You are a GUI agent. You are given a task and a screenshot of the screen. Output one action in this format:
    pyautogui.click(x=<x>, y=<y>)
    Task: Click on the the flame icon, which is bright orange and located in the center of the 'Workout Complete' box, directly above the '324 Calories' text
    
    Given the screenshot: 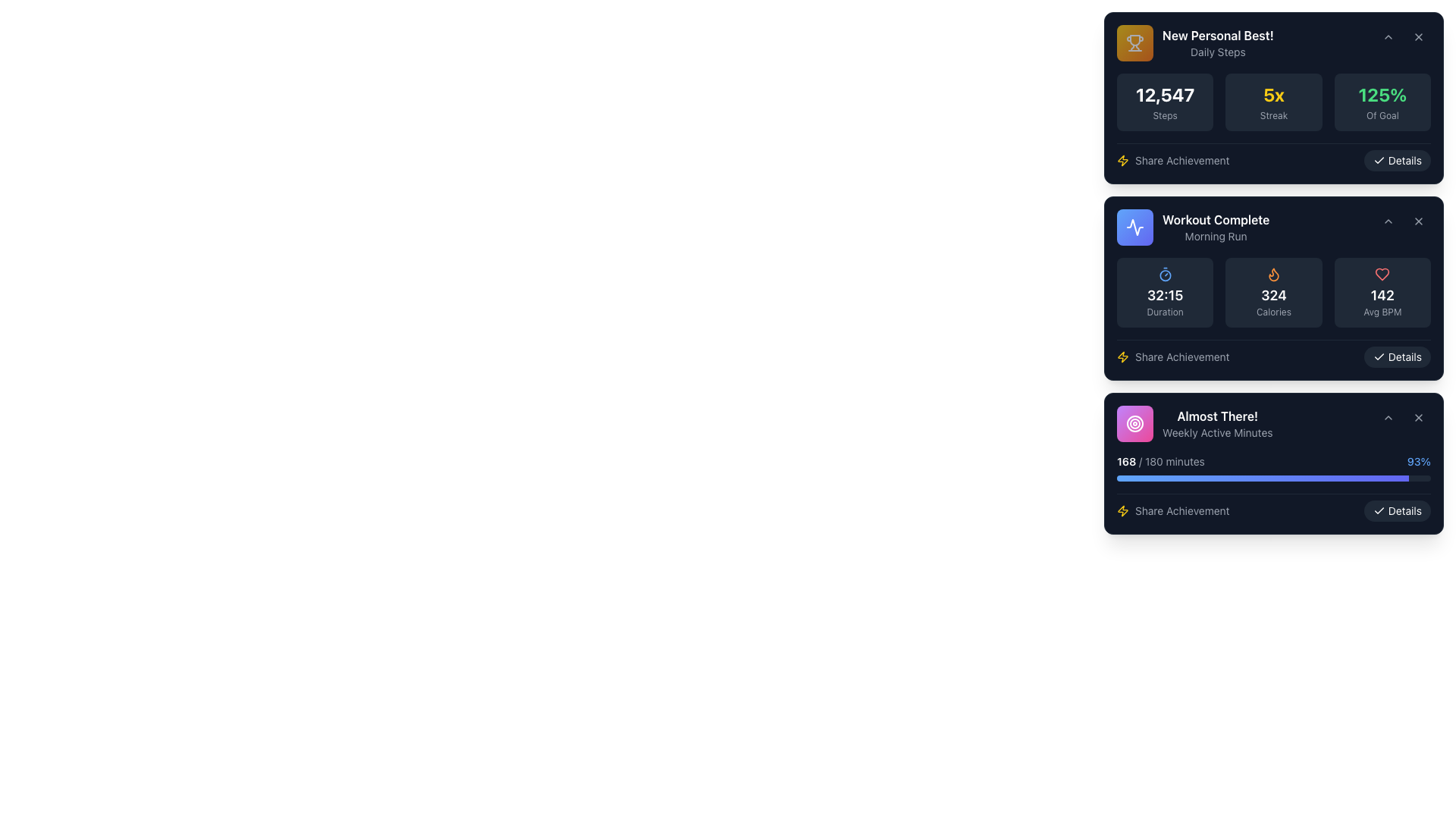 What is the action you would take?
    pyautogui.click(x=1274, y=275)
    